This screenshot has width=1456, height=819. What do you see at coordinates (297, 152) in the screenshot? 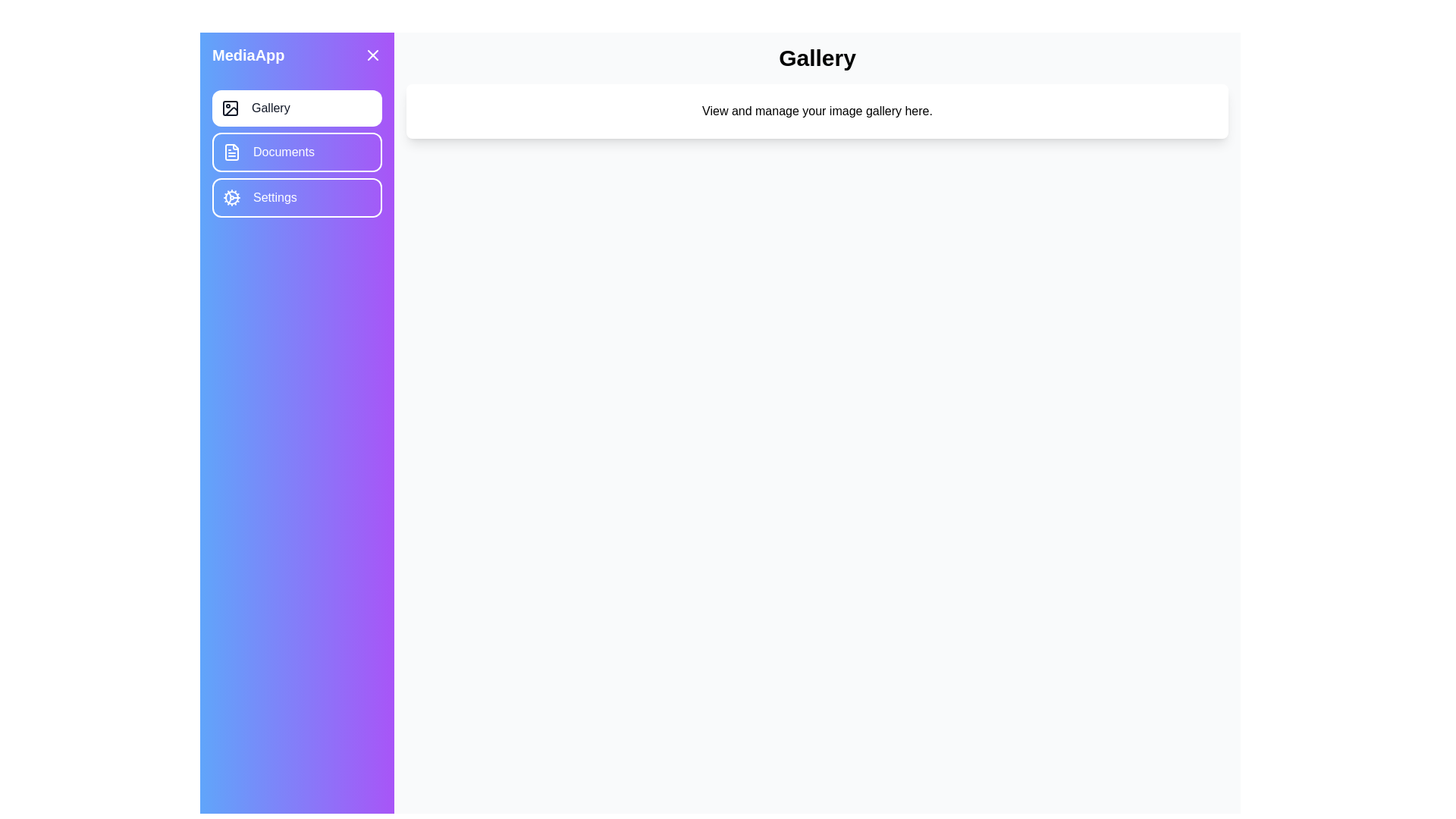
I see `the menu item corresponding to Documents` at bounding box center [297, 152].